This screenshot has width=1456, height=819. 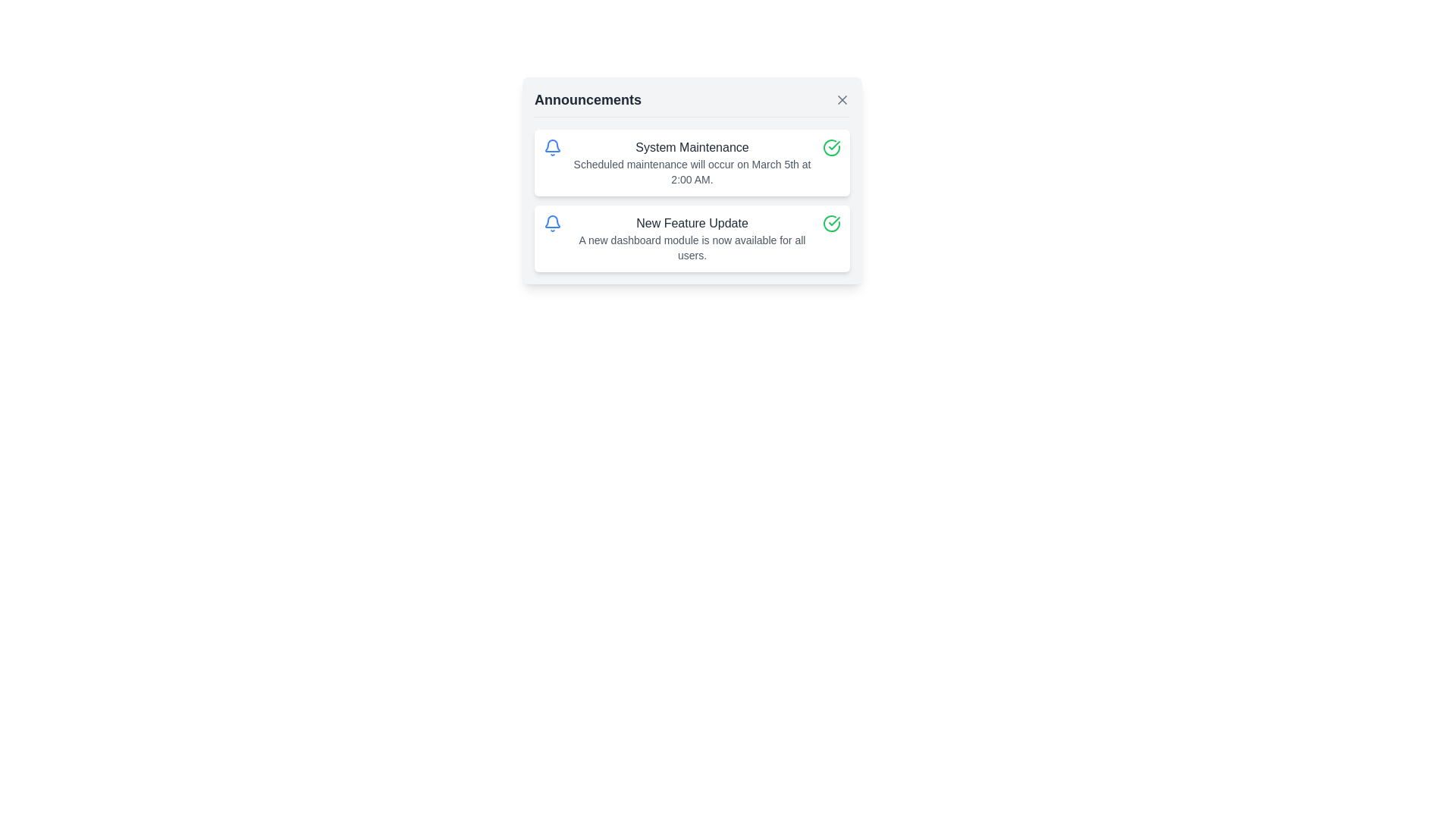 I want to click on the 'System Maintenance' informational item by moving the cursor to its center for reading, so click(x=691, y=200).